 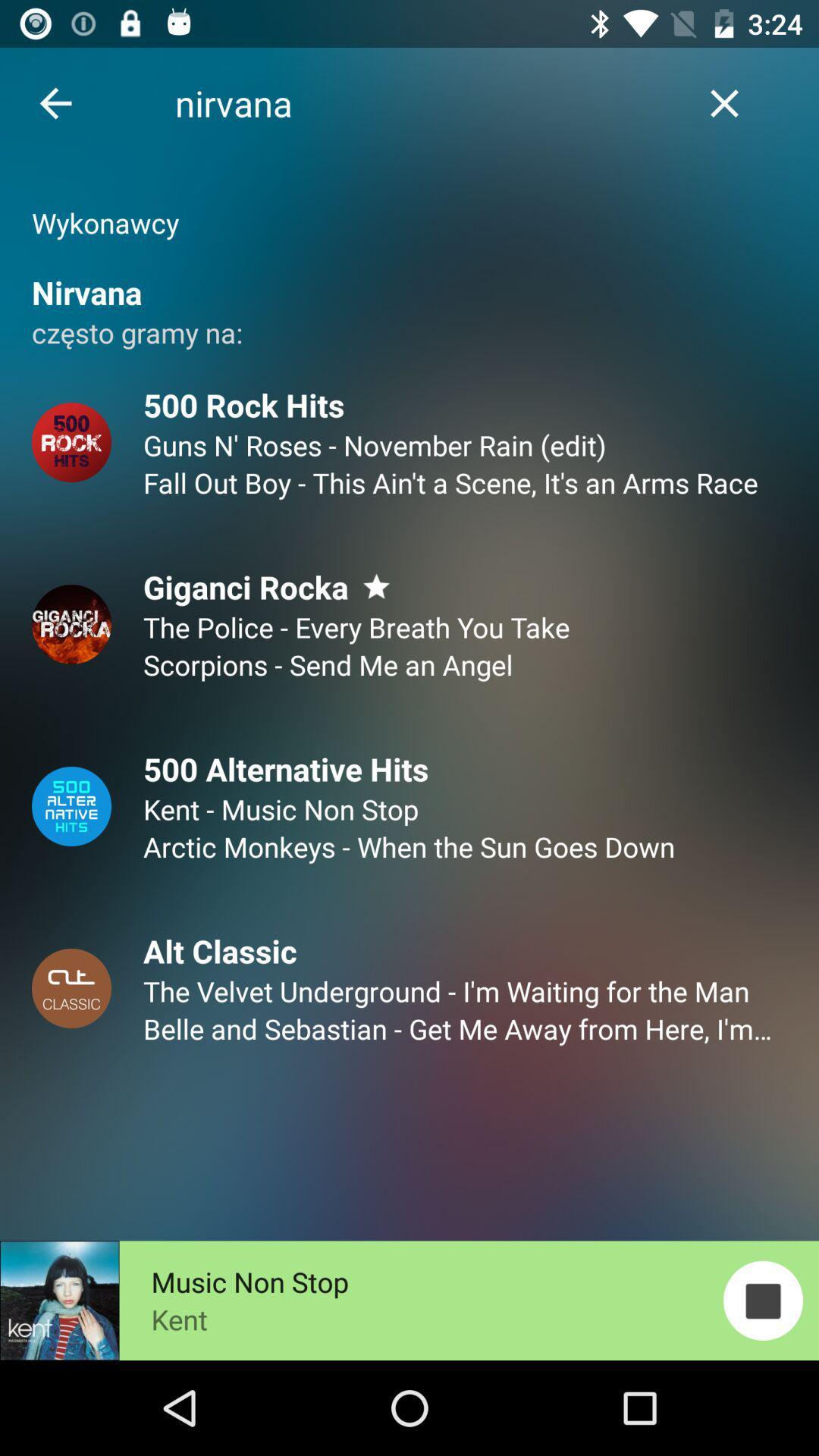 I want to click on icon above wykonawcy, so click(x=55, y=102).